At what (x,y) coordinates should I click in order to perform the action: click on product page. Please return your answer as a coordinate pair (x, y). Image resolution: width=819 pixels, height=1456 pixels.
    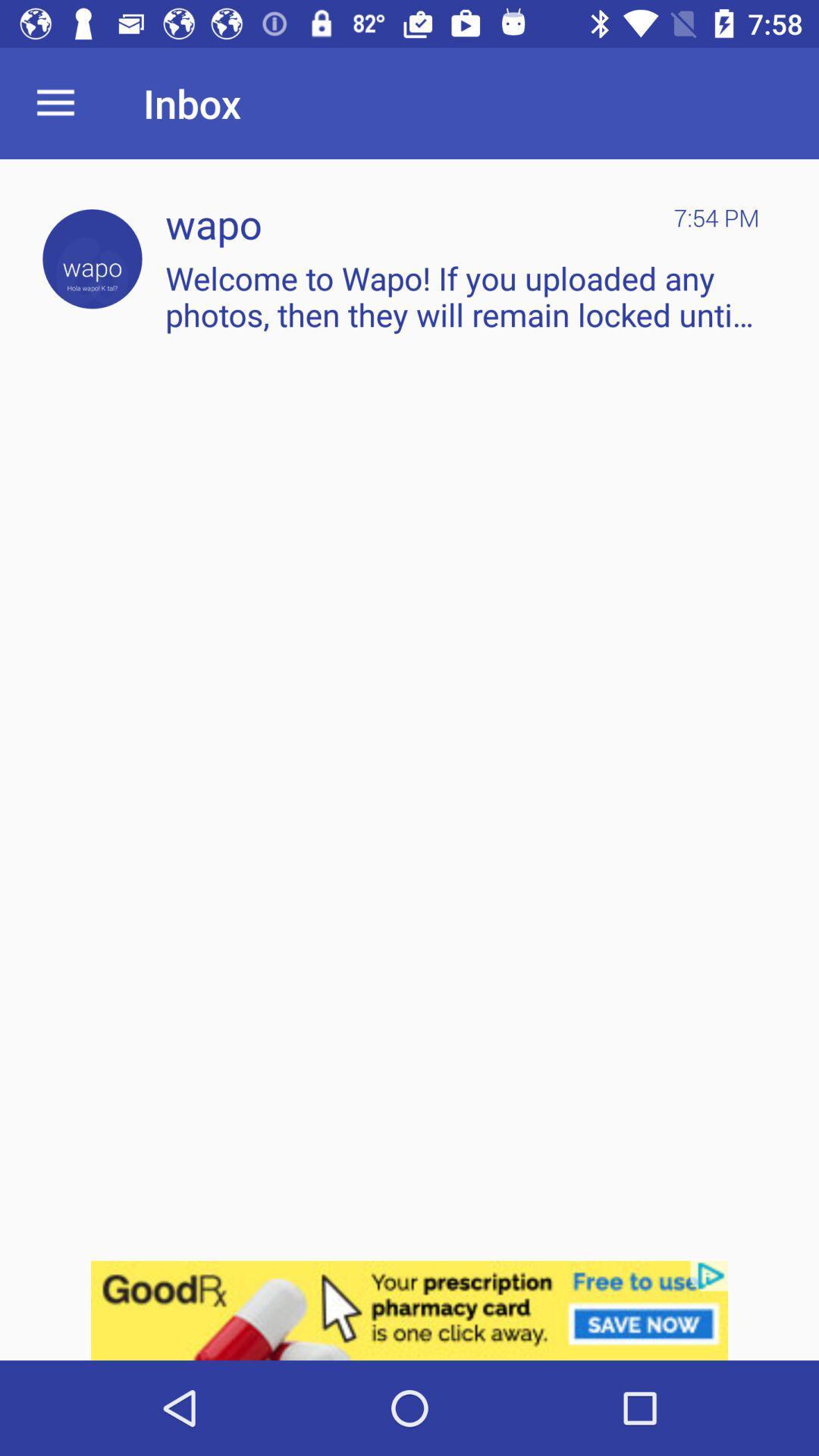
    Looking at the image, I should click on (409, 1310).